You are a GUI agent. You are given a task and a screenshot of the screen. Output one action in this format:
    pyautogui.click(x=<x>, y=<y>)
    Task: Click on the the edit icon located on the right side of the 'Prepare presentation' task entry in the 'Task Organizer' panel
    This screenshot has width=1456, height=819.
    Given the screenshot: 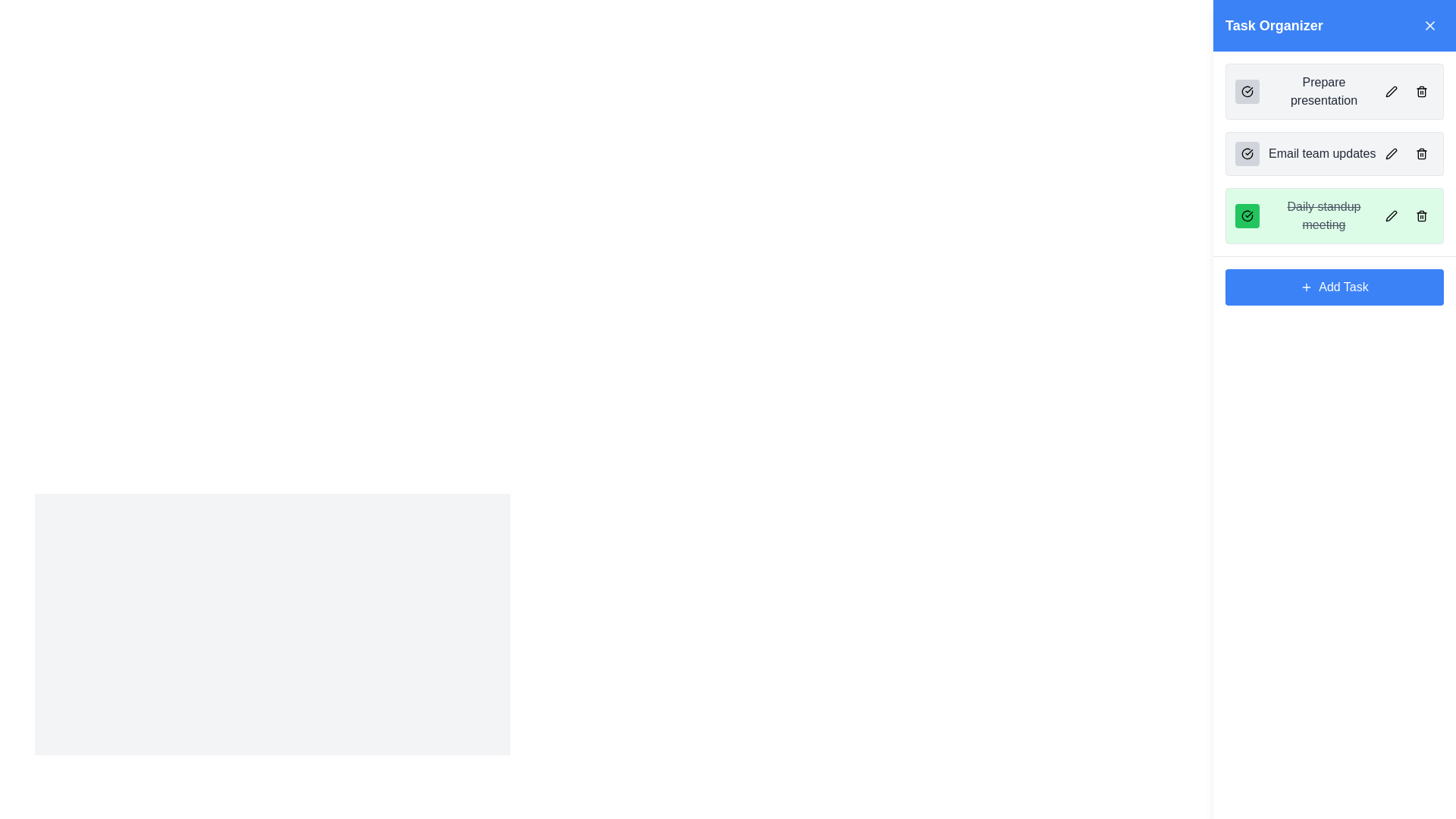 What is the action you would take?
    pyautogui.click(x=1391, y=90)
    